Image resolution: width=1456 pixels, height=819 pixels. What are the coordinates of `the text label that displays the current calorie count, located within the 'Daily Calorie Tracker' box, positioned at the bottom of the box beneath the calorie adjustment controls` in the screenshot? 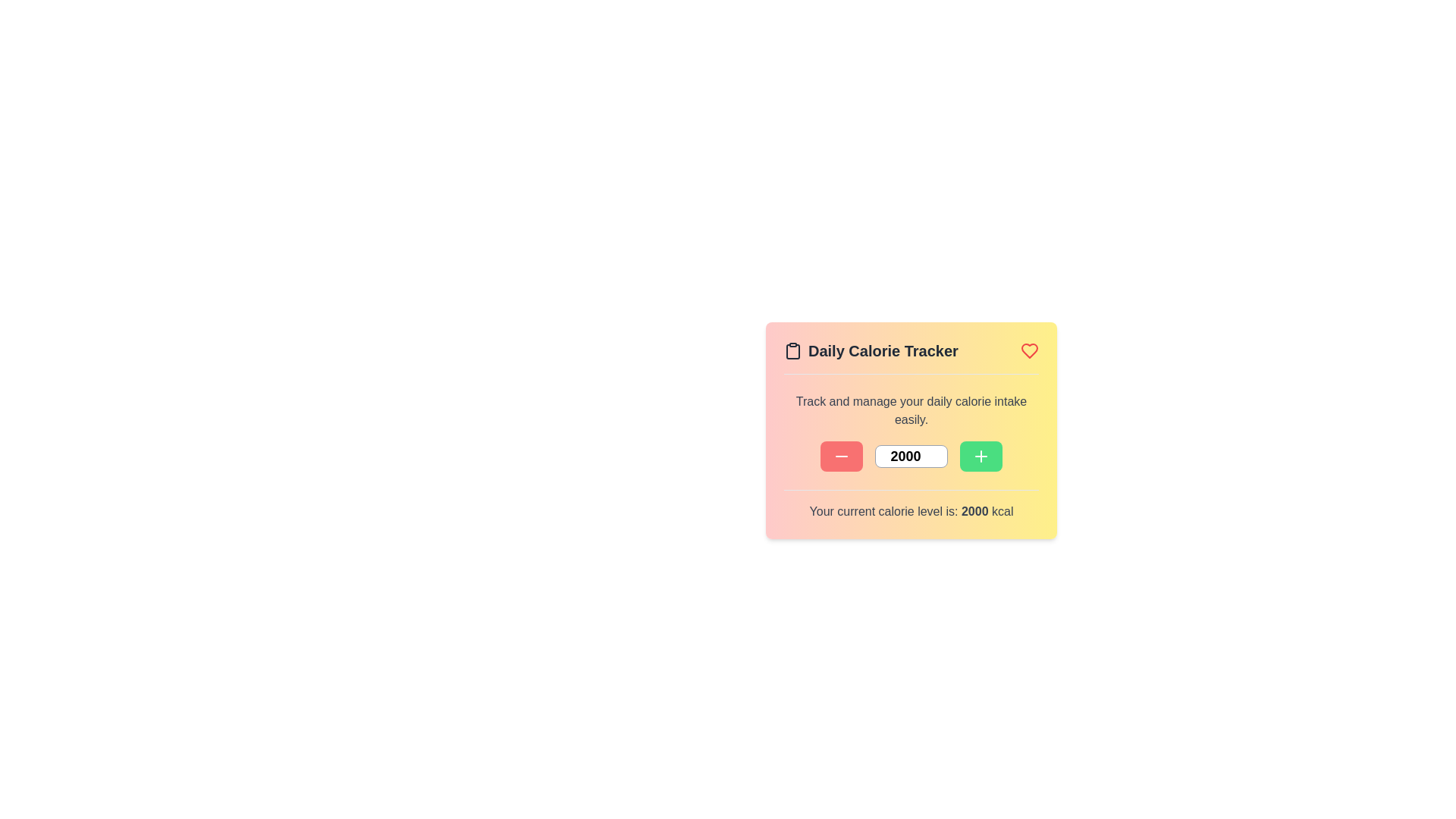 It's located at (910, 512).